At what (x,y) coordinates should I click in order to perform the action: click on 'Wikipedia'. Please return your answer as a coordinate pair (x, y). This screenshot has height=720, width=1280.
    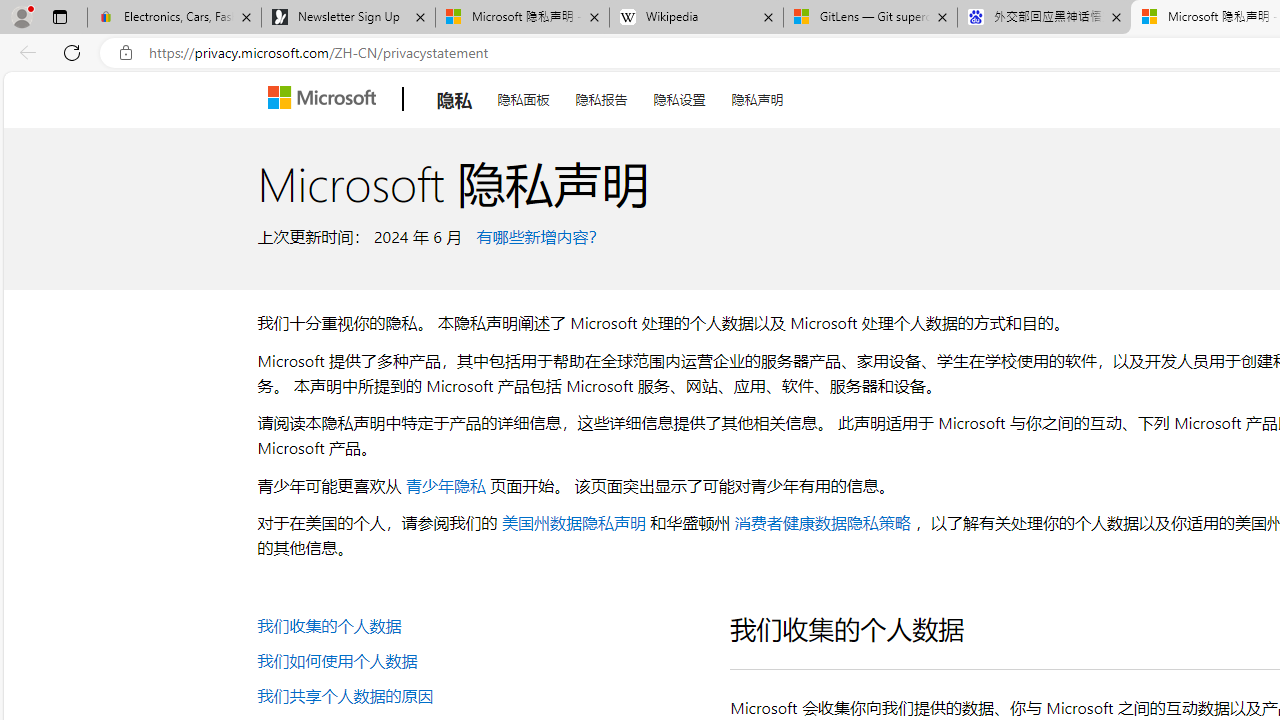
    Looking at the image, I should click on (696, 17).